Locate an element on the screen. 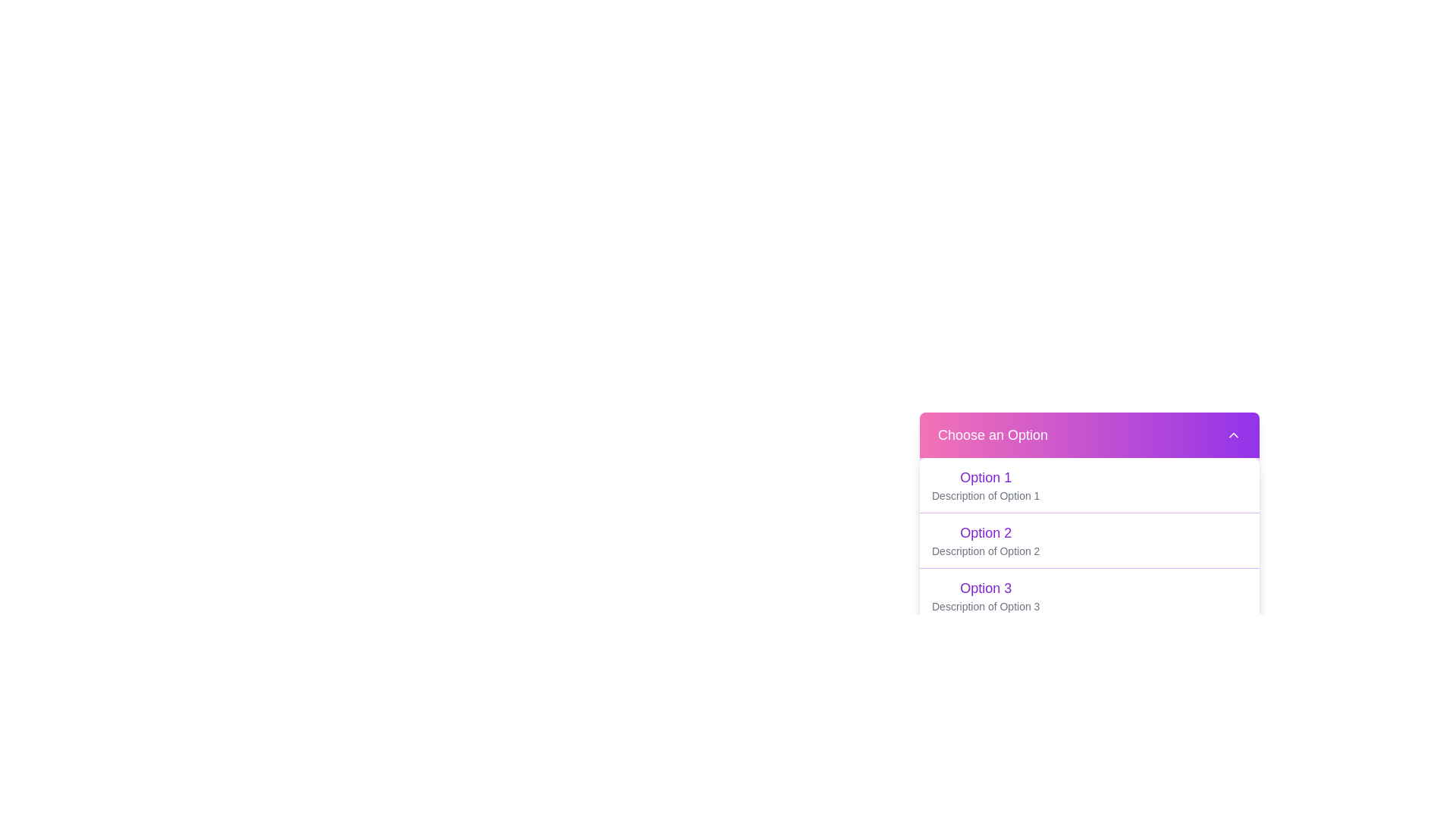  the first selectable option in the dropdown menu labeled 'Option 1' is located at coordinates (986, 485).